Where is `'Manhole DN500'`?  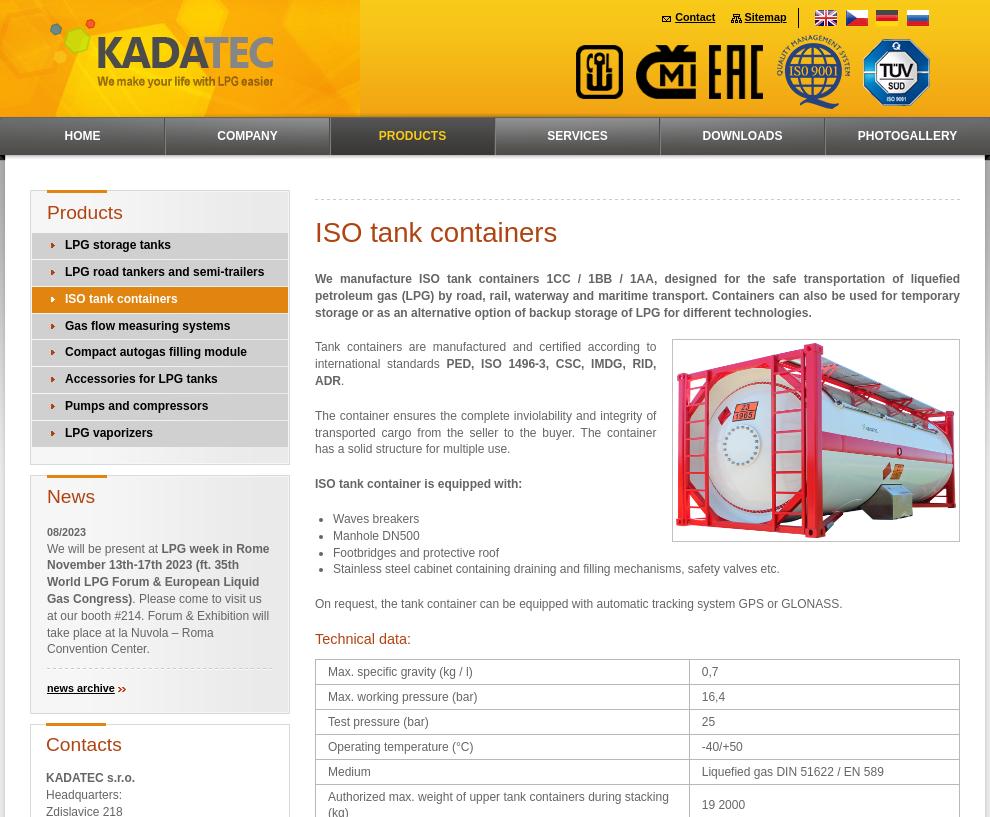
'Manhole DN500' is located at coordinates (376, 533).